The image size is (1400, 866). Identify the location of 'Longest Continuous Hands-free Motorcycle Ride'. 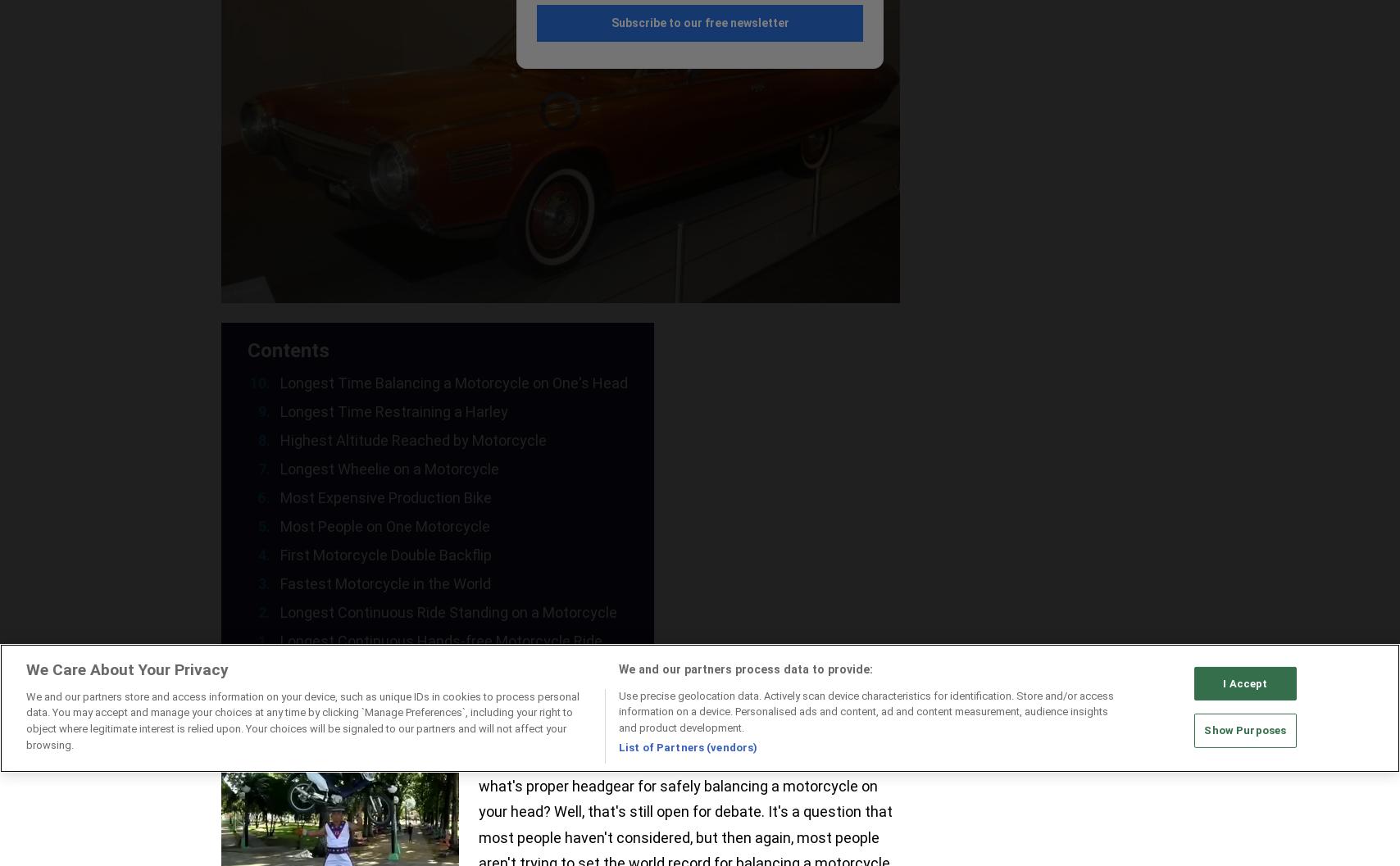
(441, 641).